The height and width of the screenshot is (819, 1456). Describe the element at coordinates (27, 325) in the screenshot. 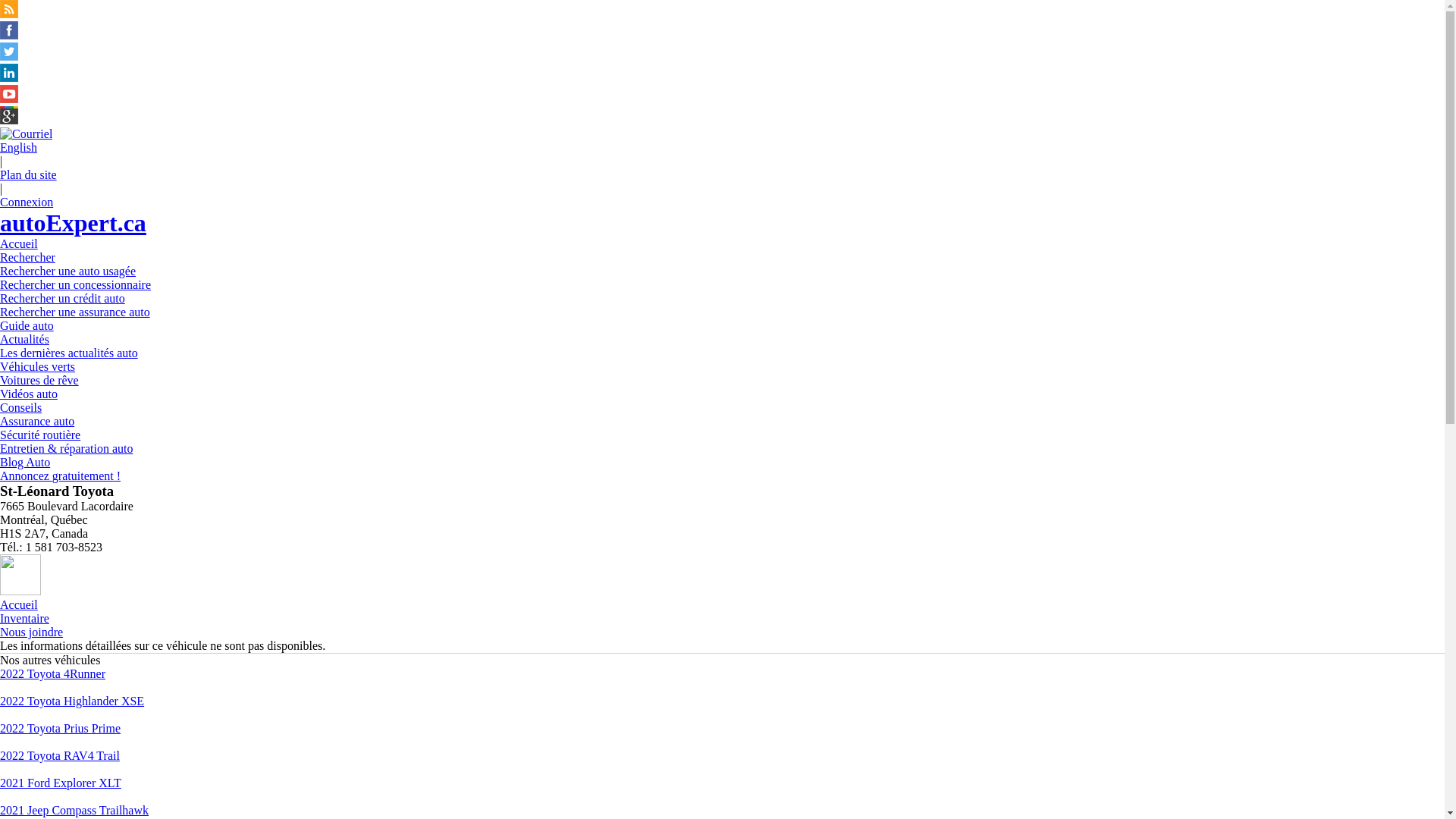

I see `'Guide auto'` at that location.